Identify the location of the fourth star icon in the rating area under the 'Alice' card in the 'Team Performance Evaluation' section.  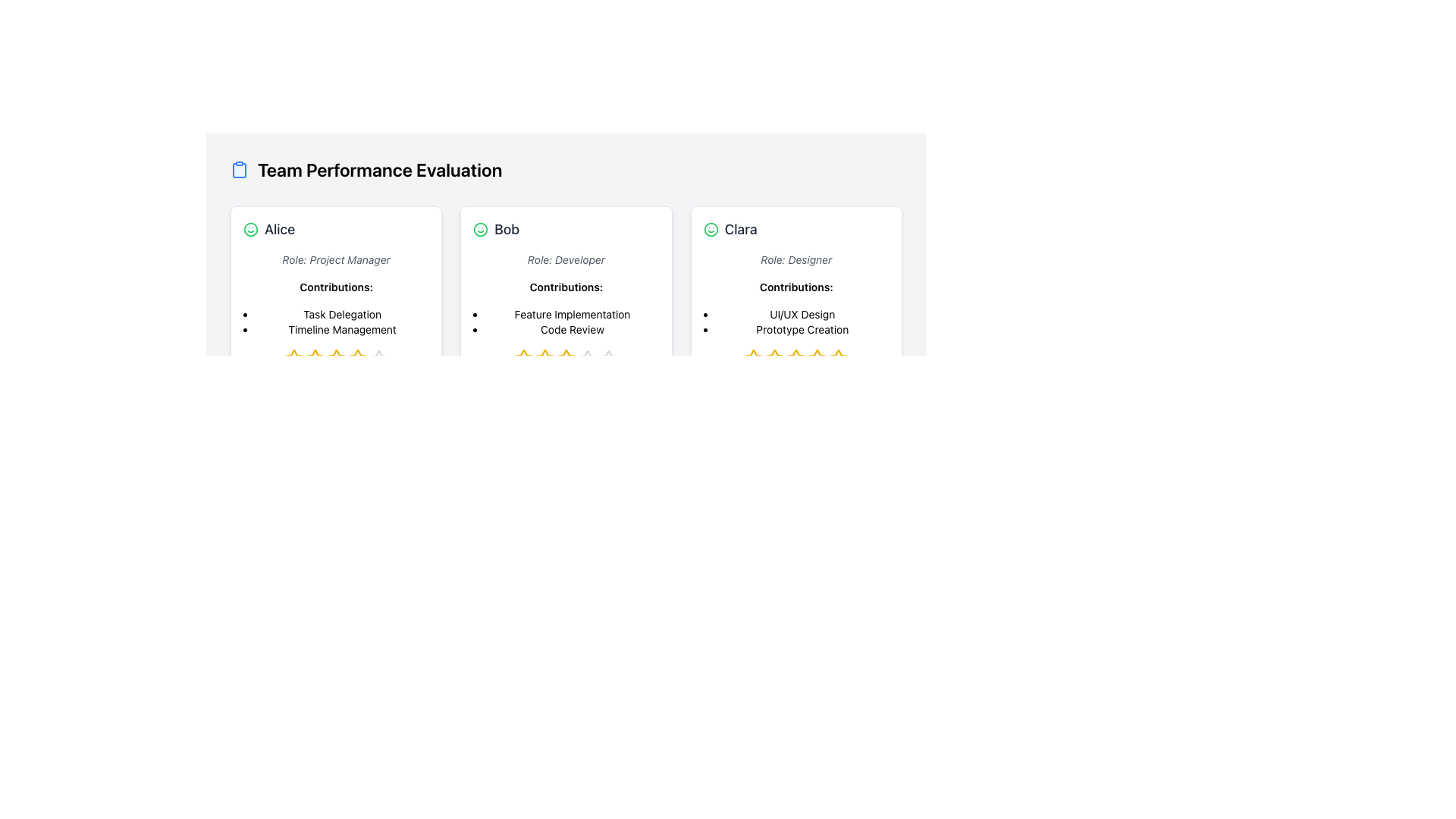
(335, 359).